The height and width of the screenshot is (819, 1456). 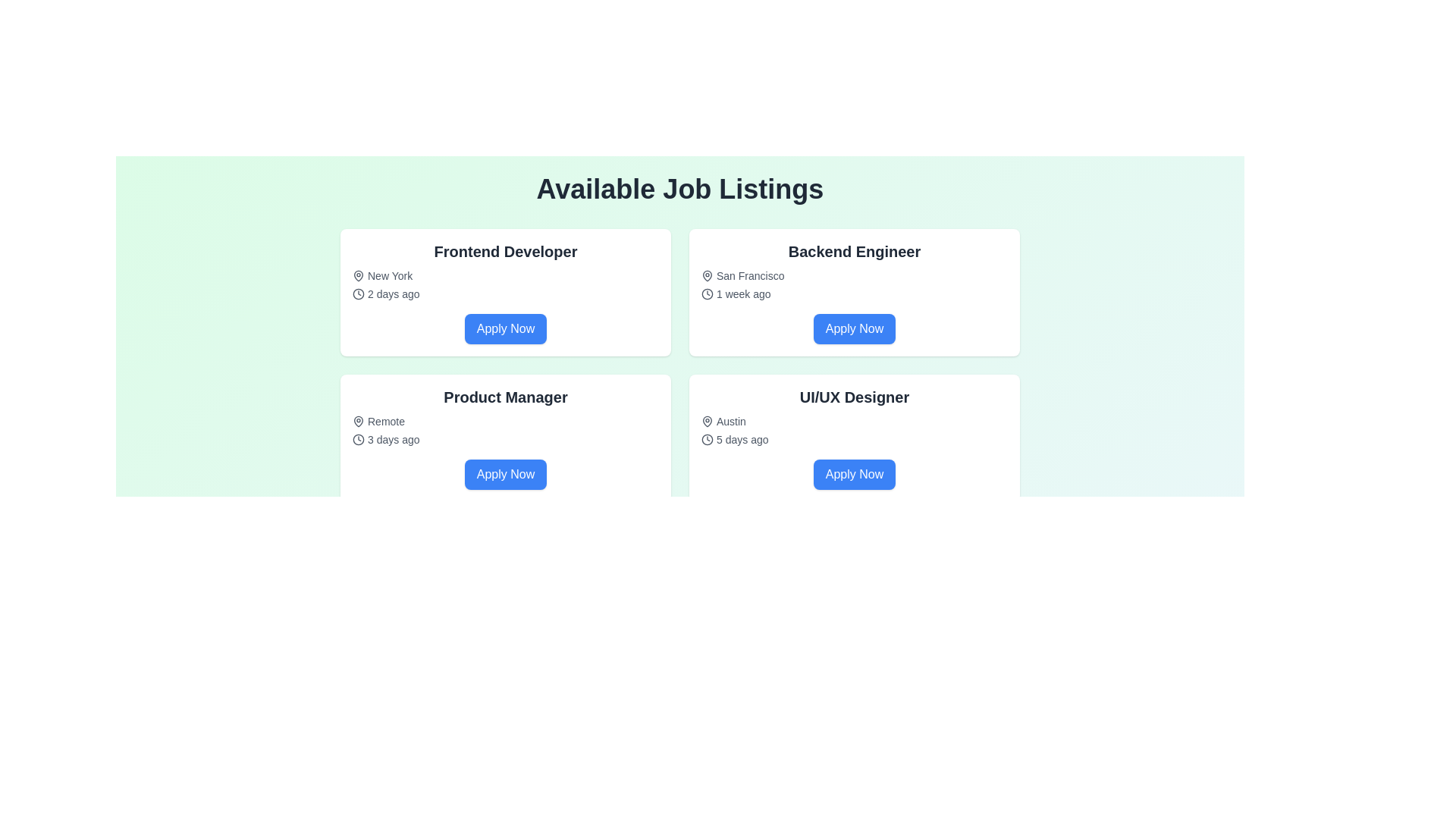 What do you see at coordinates (506, 473) in the screenshot?
I see `the 'Apply Now' button with blue background and white text located at the bottom center of the 'Product Manager' job listing card` at bounding box center [506, 473].